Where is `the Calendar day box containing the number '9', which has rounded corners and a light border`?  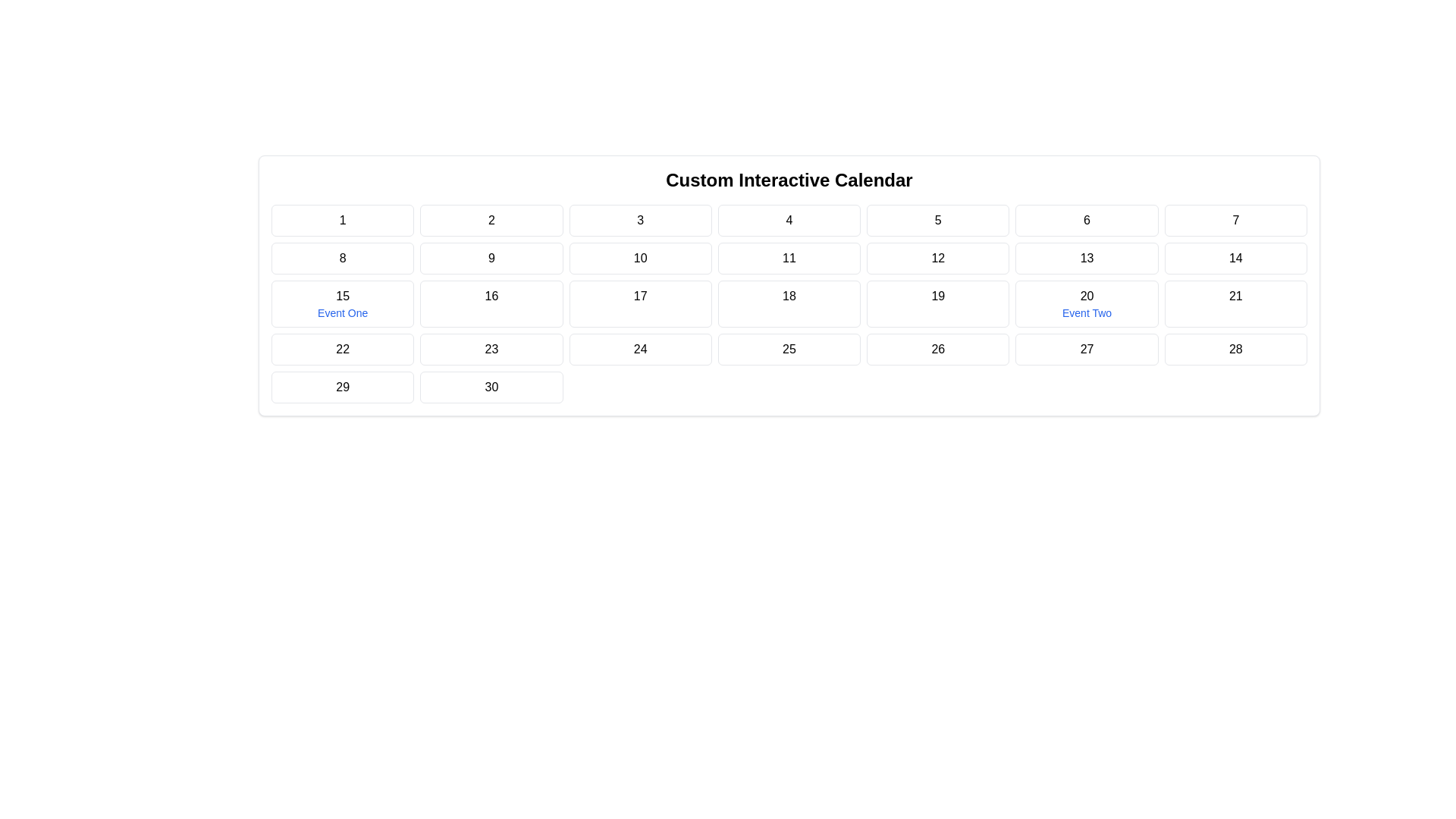
the Calendar day box containing the number '9', which has rounded corners and a light border is located at coordinates (491, 257).